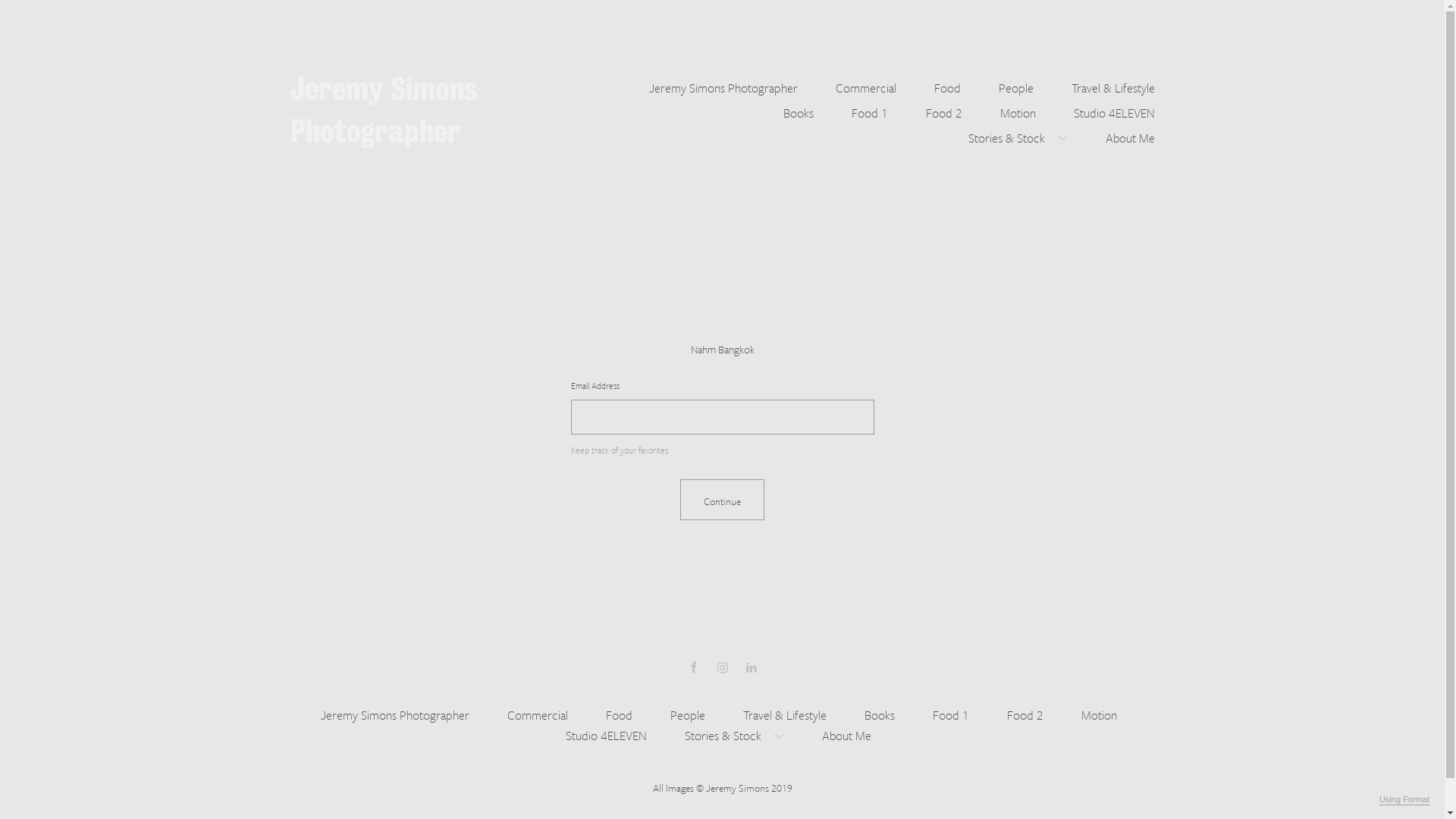 The image size is (1456, 819). Describe the element at coordinates (1404, 799) in the screenshot. I see `'Using Format'` at that location.